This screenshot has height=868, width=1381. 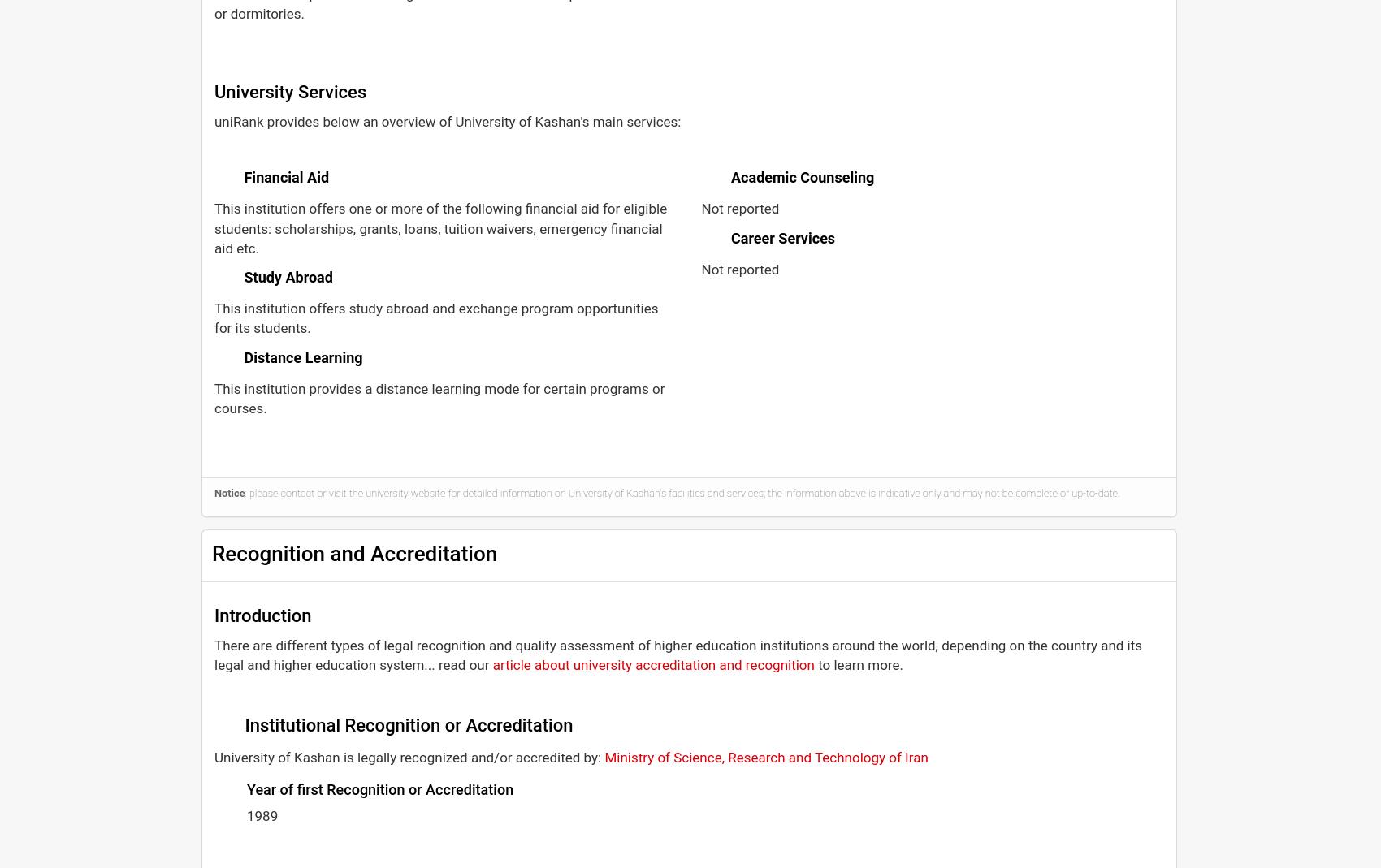 I want to click on 'Study Abroad', so click(x=287, y=276).